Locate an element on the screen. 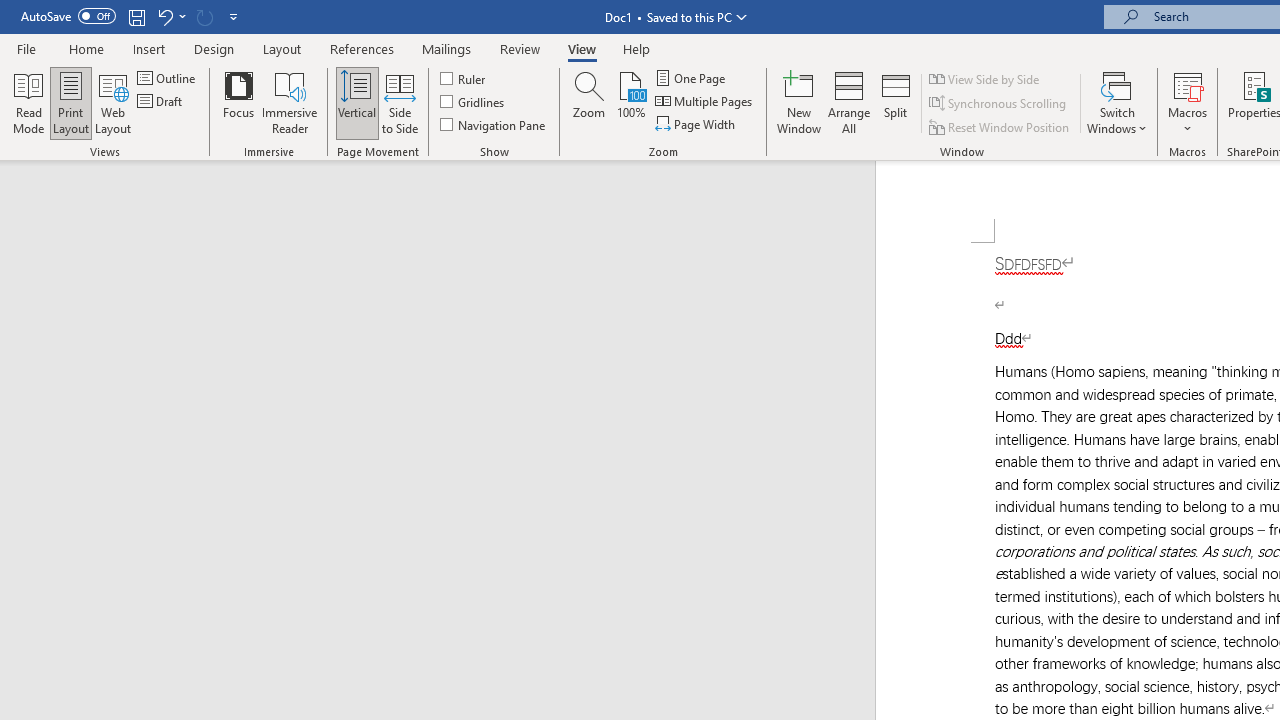  'Ruler' is located at coordinates (463, 77).